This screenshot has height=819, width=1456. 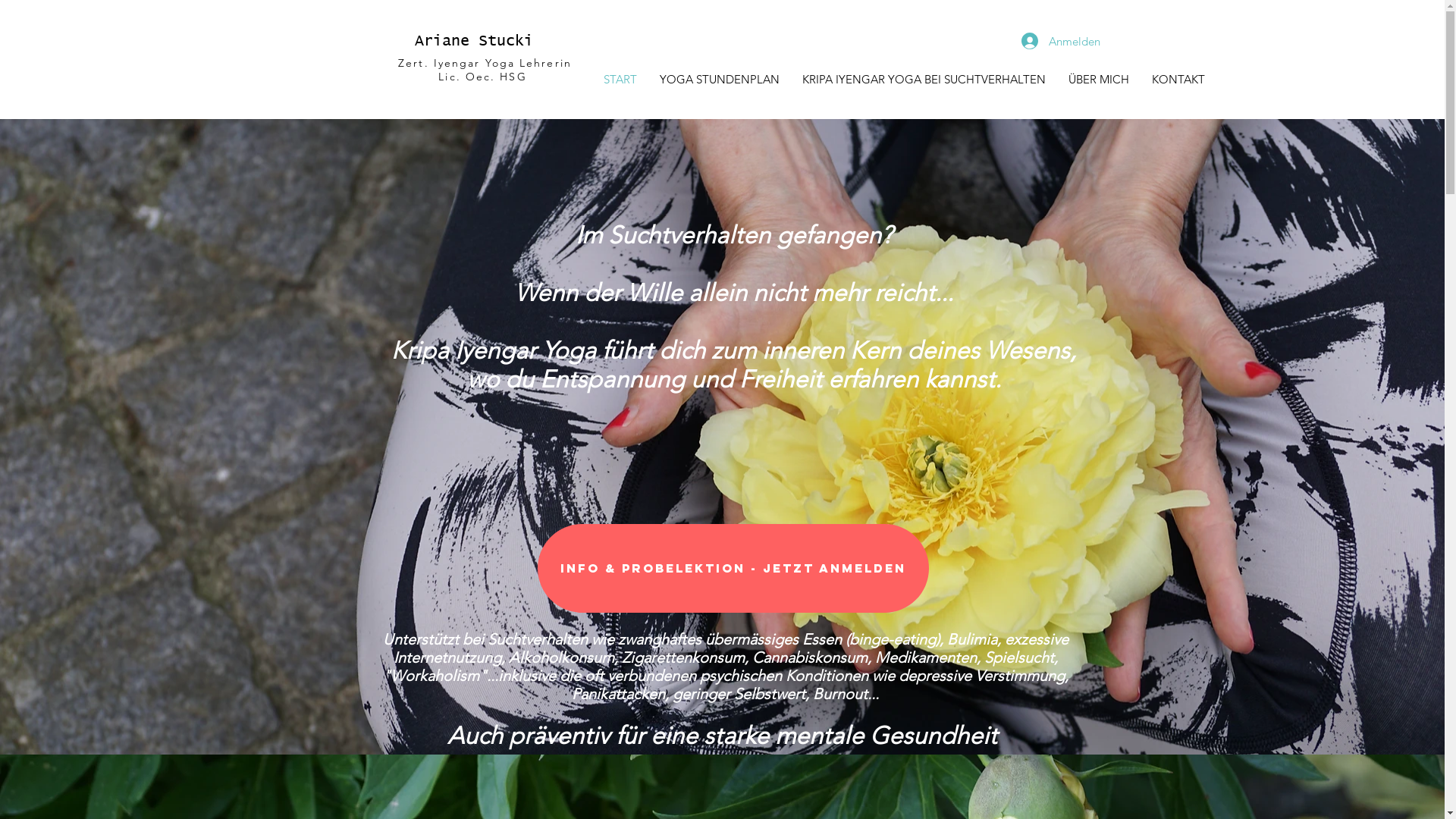 I want to click on 'Anmelden', so click(x=1009, y=40).